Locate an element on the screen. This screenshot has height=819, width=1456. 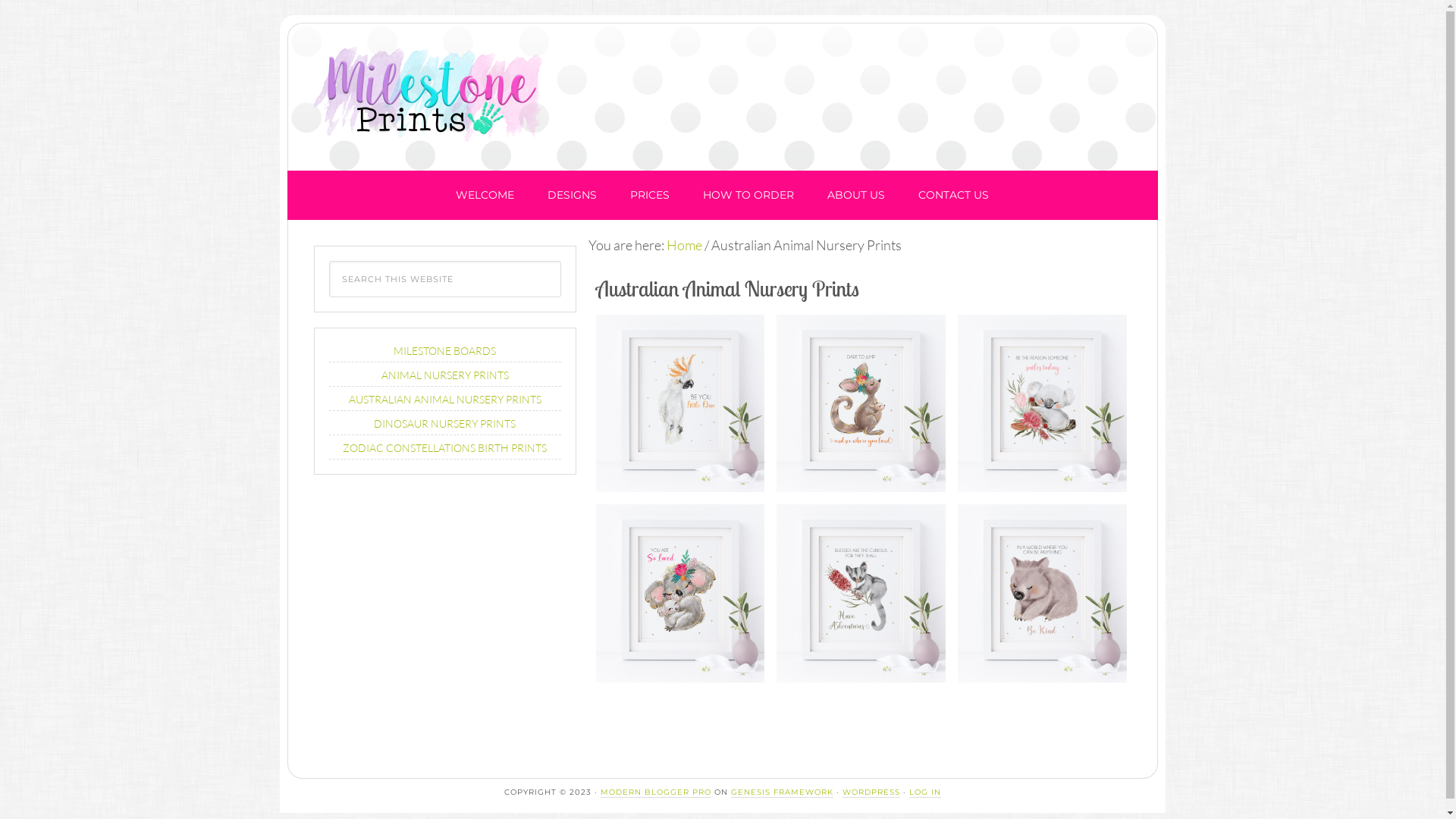
'AUSTRALIAN ANIMAL NURSERY PRINTS' is located at coordinates (444, 398).